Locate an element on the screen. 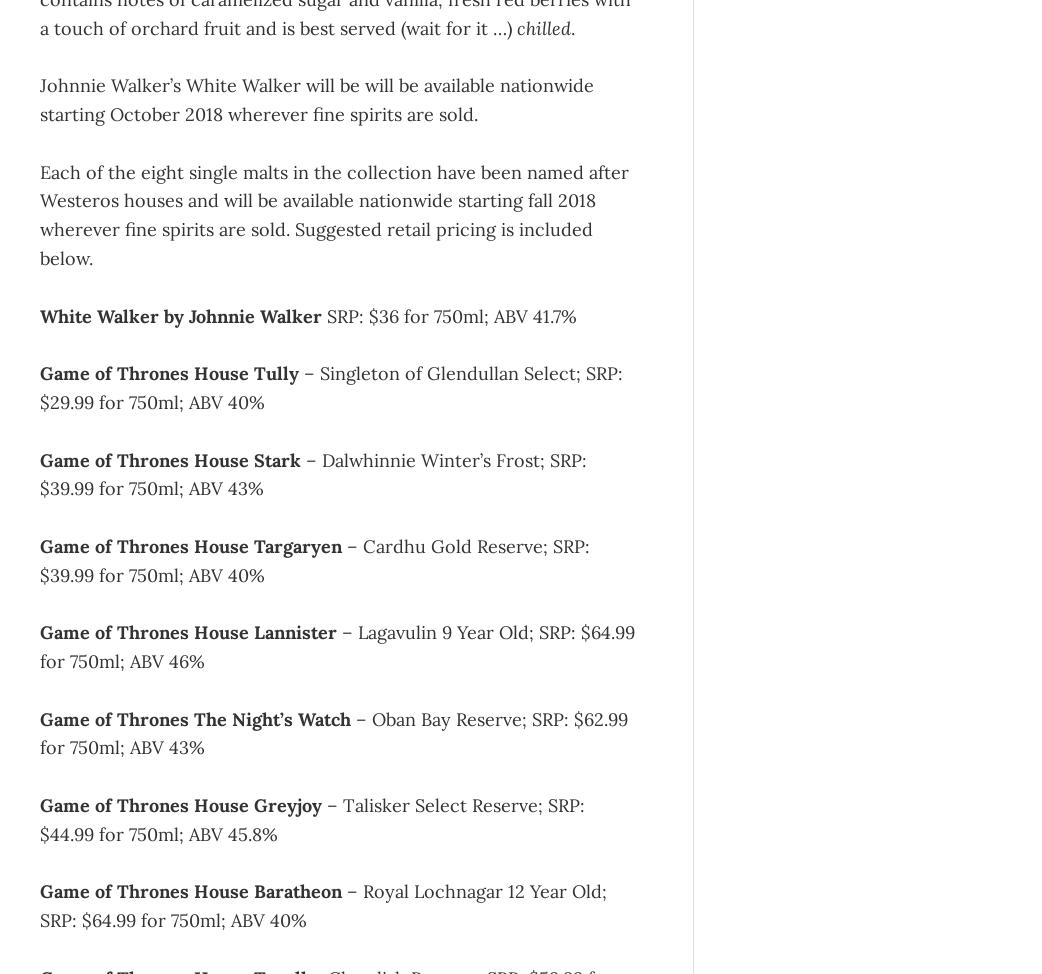 This screenshot has height=974, width=1042. '– Oban Bay Reserve; SRP: $62.99 for 750ml; ABV 43%' is located at coordinates (333, 732).